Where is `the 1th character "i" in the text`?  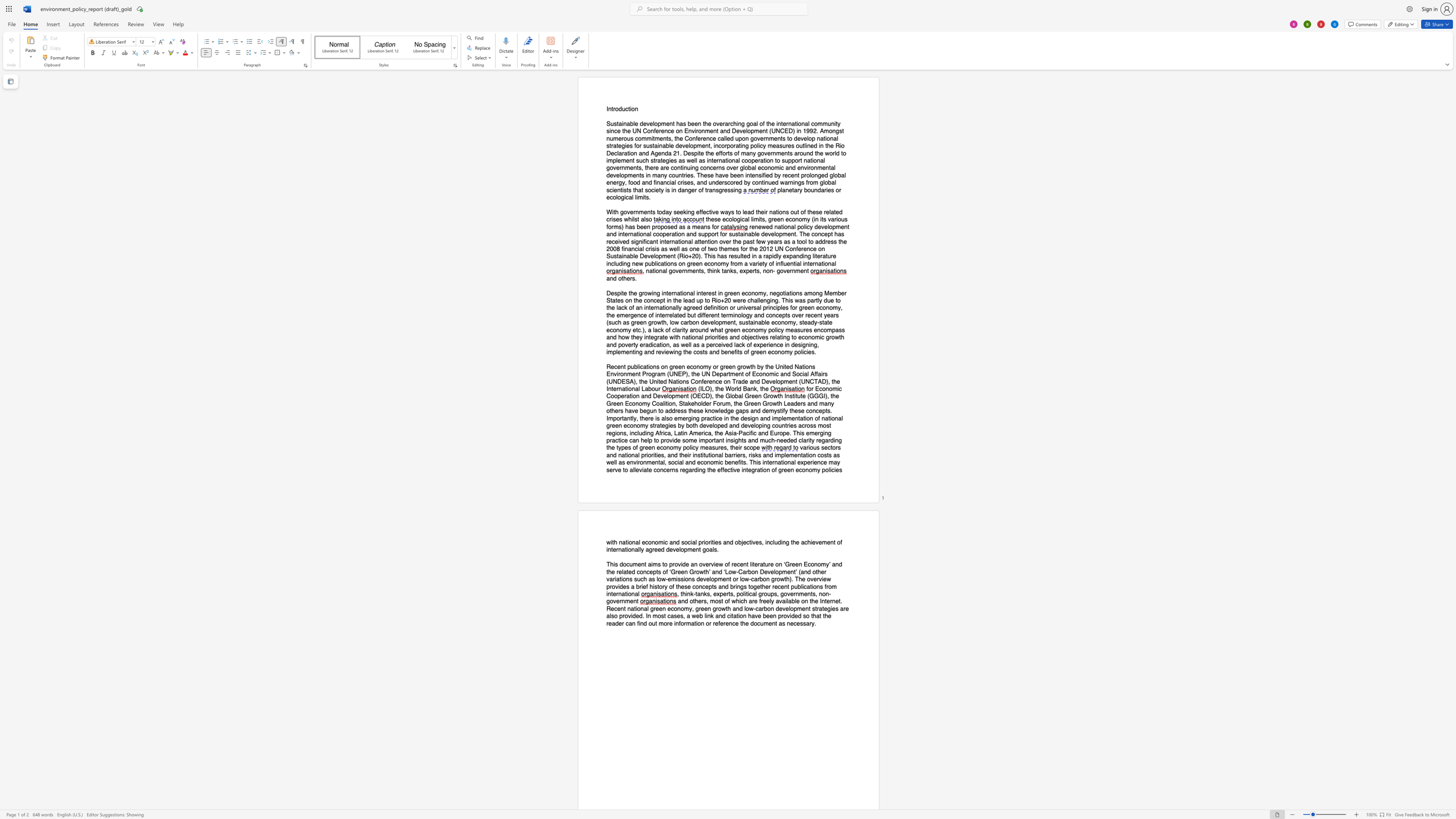
the 1th character "i" in the text is located at coordinates (630, 109).